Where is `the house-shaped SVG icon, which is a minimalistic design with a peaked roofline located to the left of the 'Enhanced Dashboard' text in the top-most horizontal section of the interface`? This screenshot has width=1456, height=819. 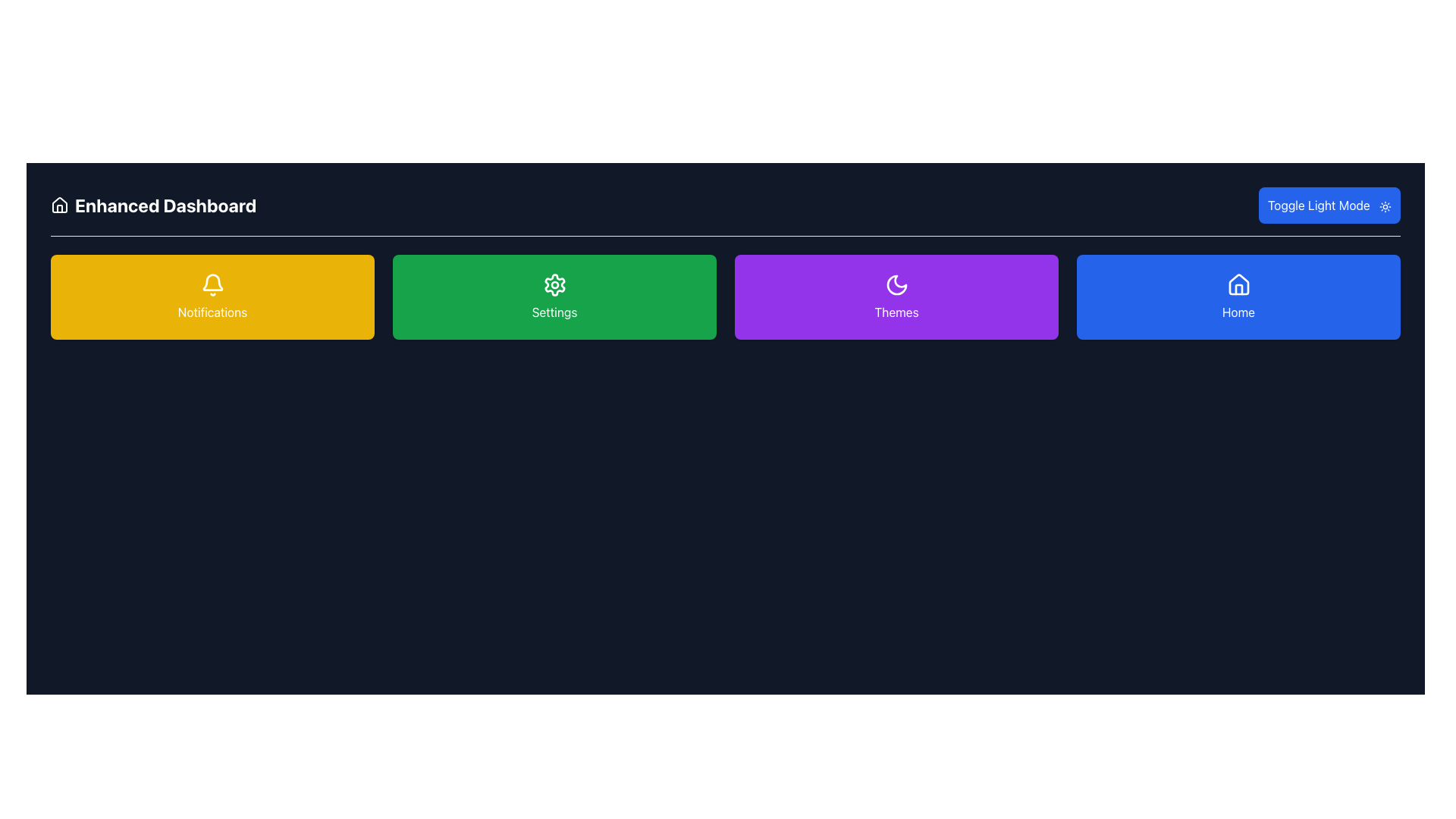
the house-shaped SVG icon, which is a minimalistic design with a peaked roofline located to the left of the 'Enhanced Dashboard' text in the top-most horizontal section of the interface is located at coordinates (59, 205).